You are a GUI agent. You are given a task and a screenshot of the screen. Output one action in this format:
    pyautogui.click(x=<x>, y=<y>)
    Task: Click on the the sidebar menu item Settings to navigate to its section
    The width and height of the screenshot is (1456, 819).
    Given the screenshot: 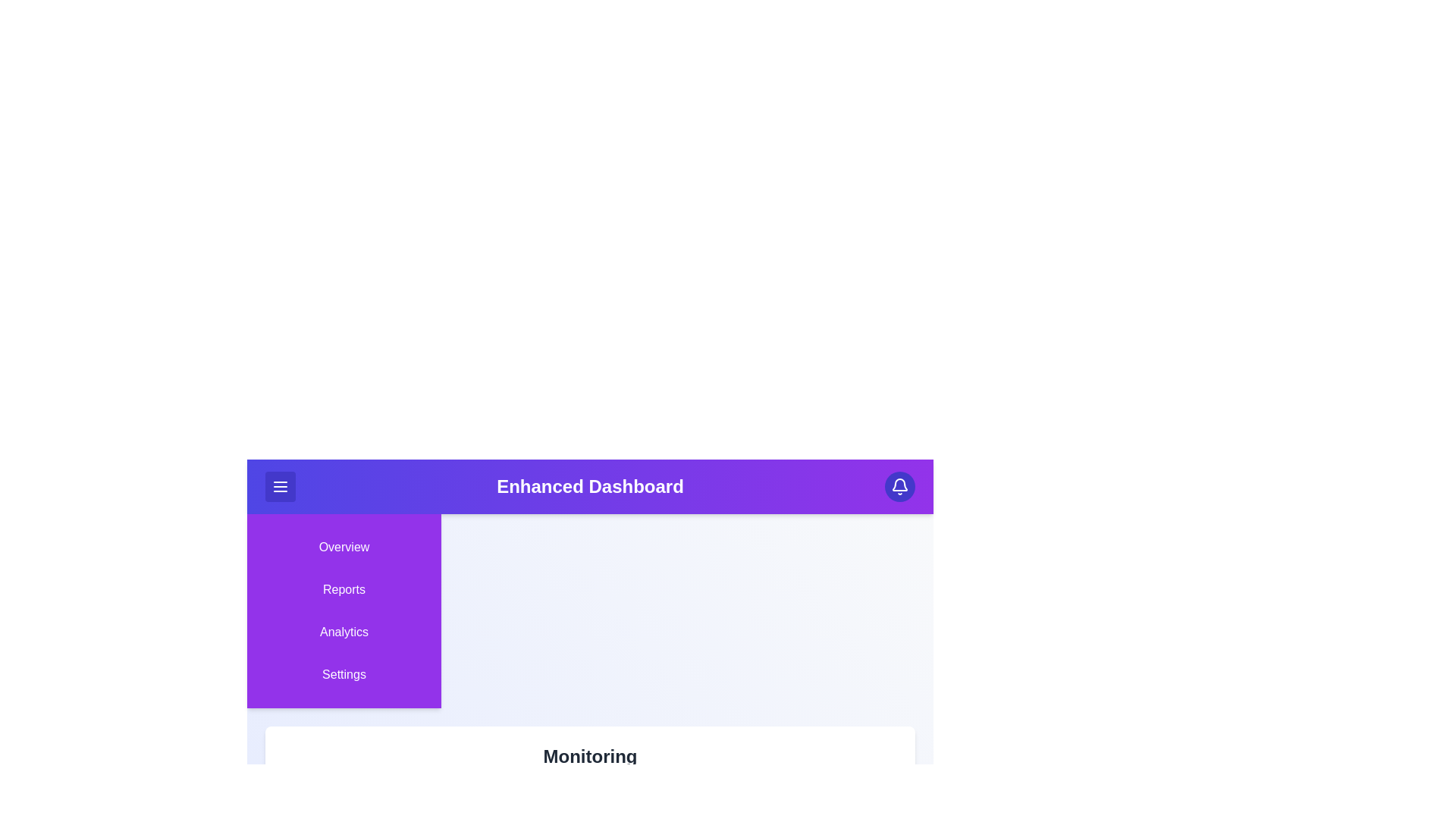 What is the action you would take?
    pyautogui.click(x=344, y=674)
    